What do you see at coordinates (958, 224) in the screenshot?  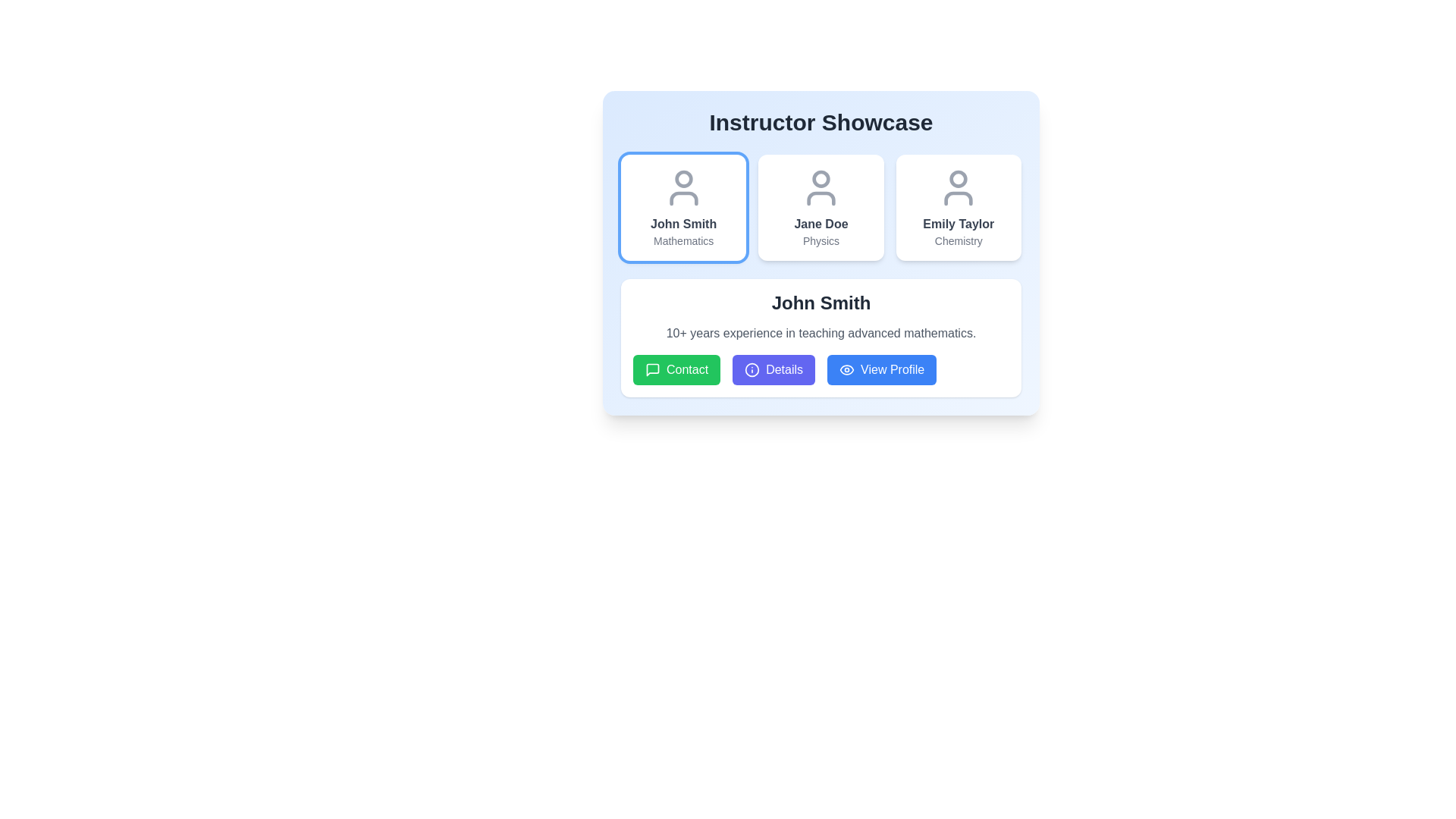 I see `text content of the Label displaying 'Emily Taylor', which is styled in bold and dark gray, located in the center of the card component, below the user icon and above 'Chemistry'` at bounding box center [958, 224].